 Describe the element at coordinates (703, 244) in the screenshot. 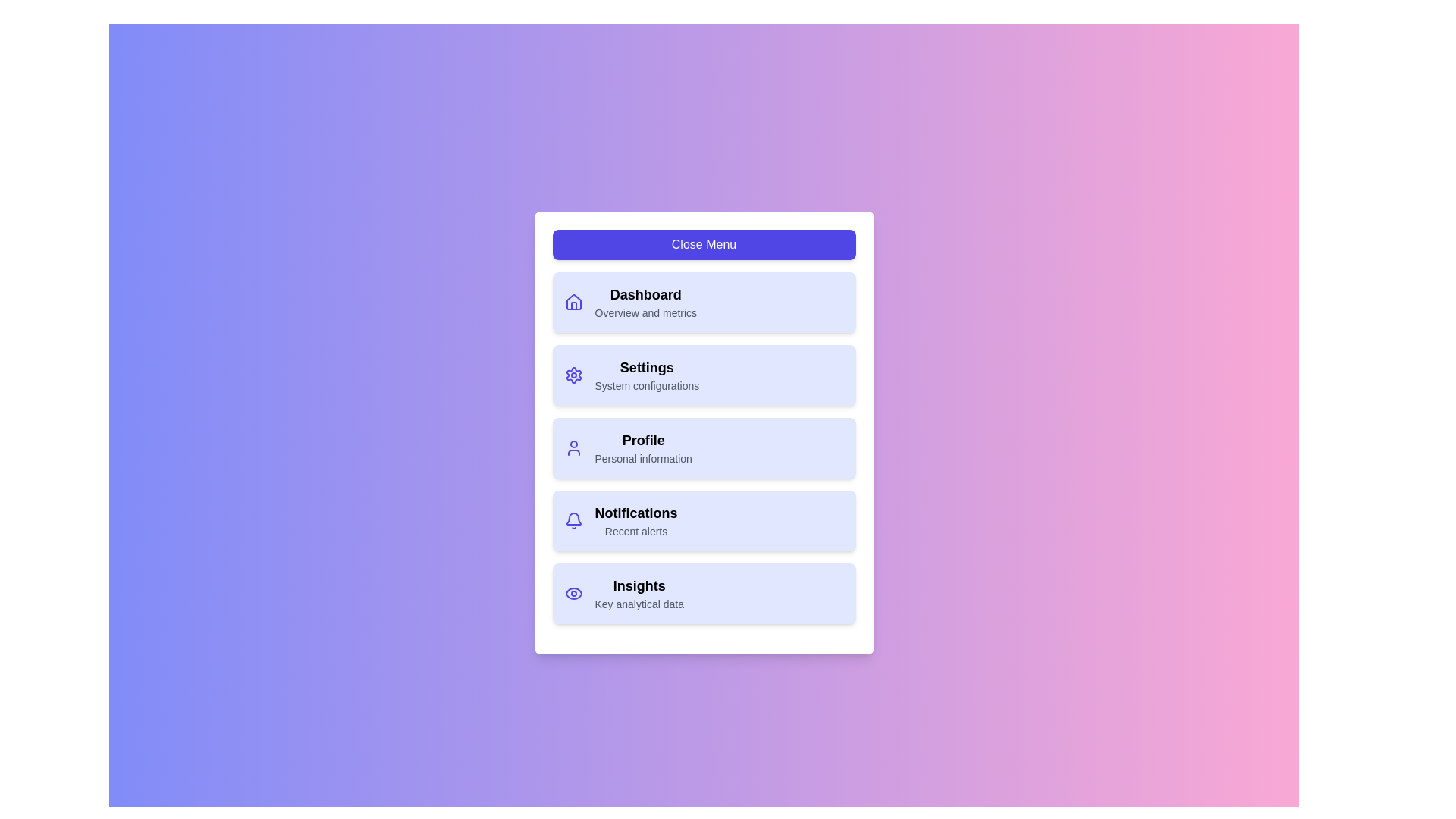

I see `the 'Close Menu' button to toggle the menu state` at that location.